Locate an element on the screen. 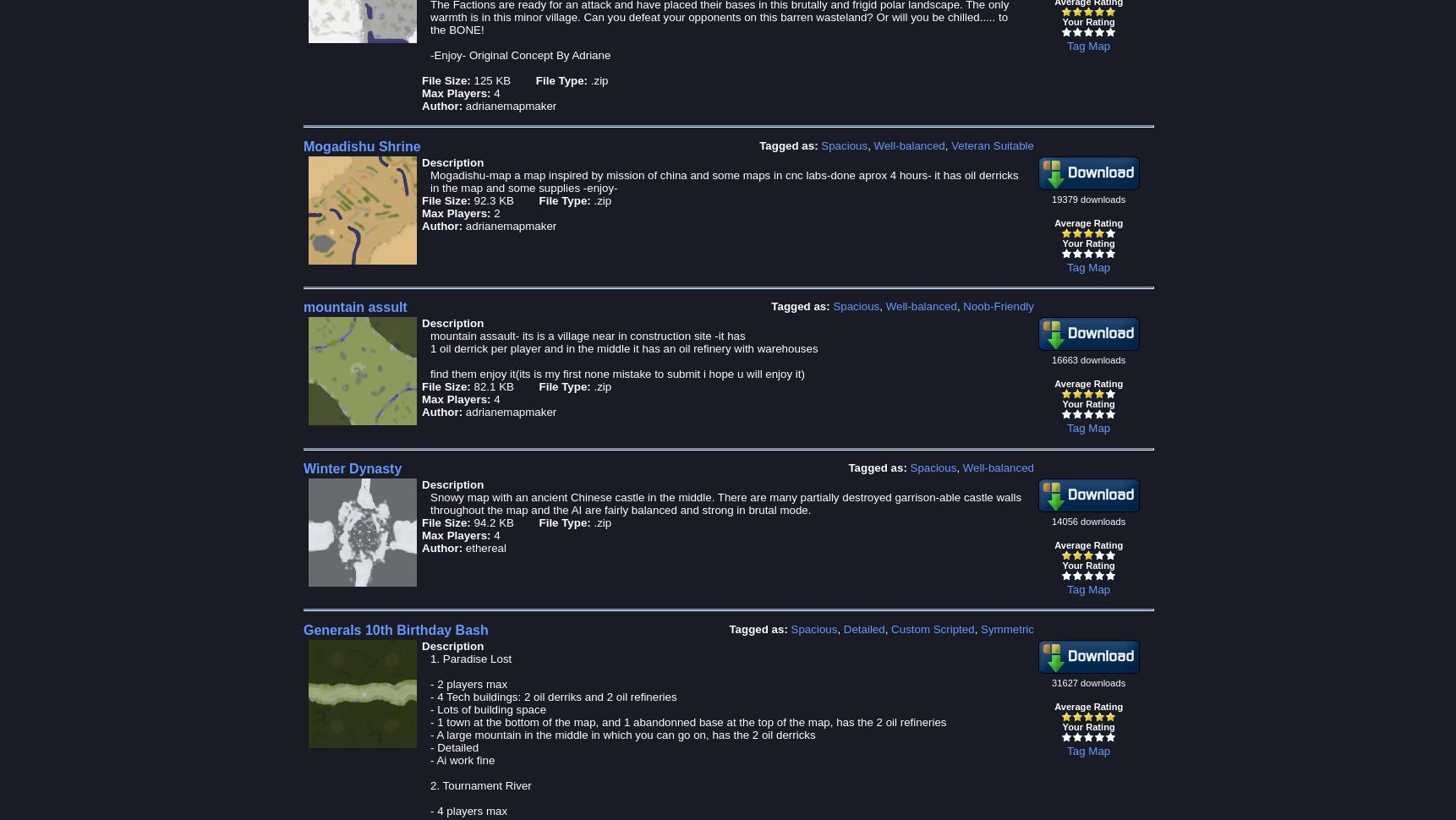 The width and height of the screenshot is (1456, 820). '- 1 town at the bottom of the map, and 1 abandonned base at the top of the map, has the 2 oil refineries' is located at coordinates (687, 720).